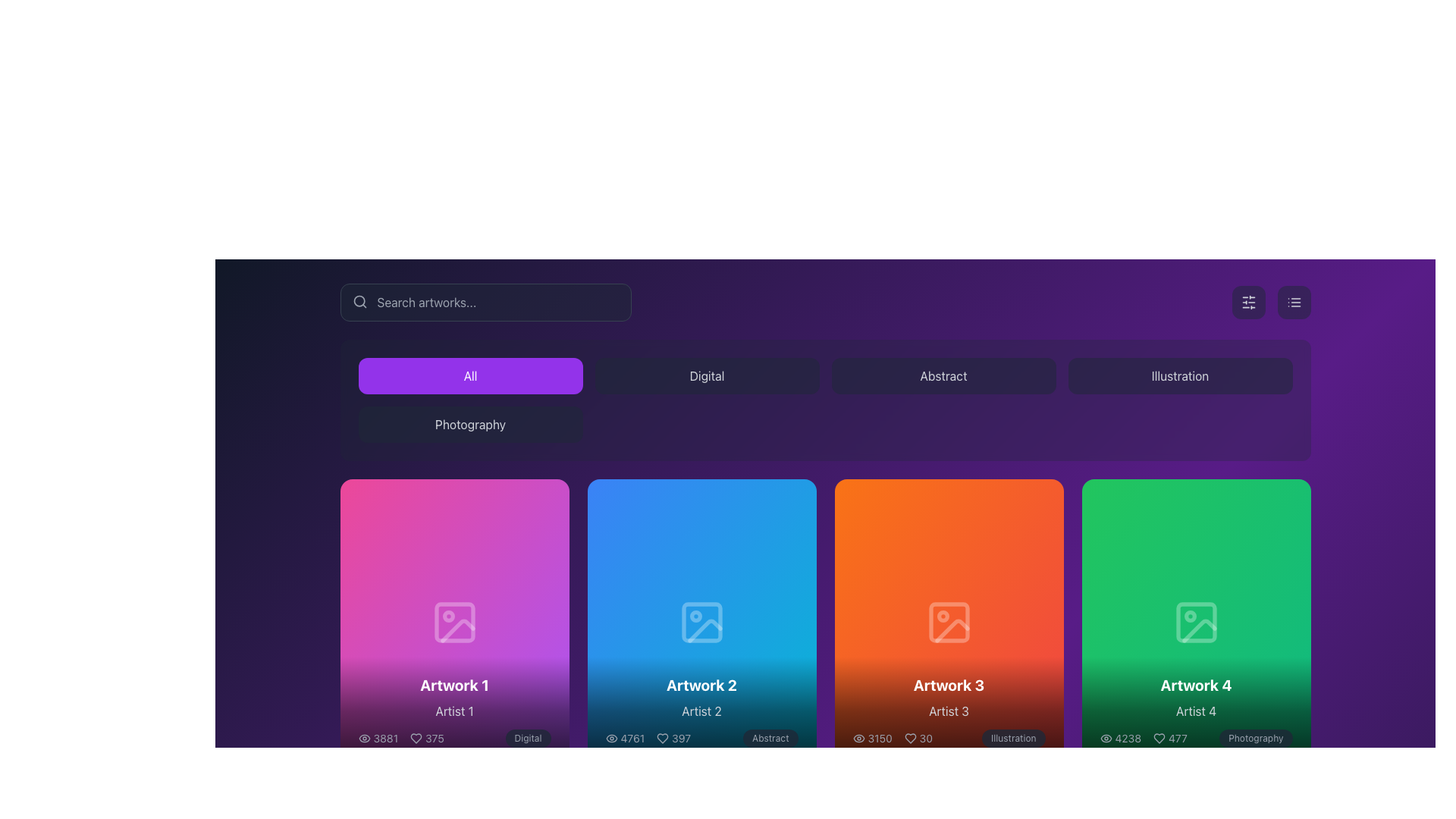 This screenshot has height=819, width=1456. Describe the element at coordinates (1195, 622) in the screenshot. I see `the SVG rectangle with rounded corners located within the fourth artwork card, which has a green background` at that location.